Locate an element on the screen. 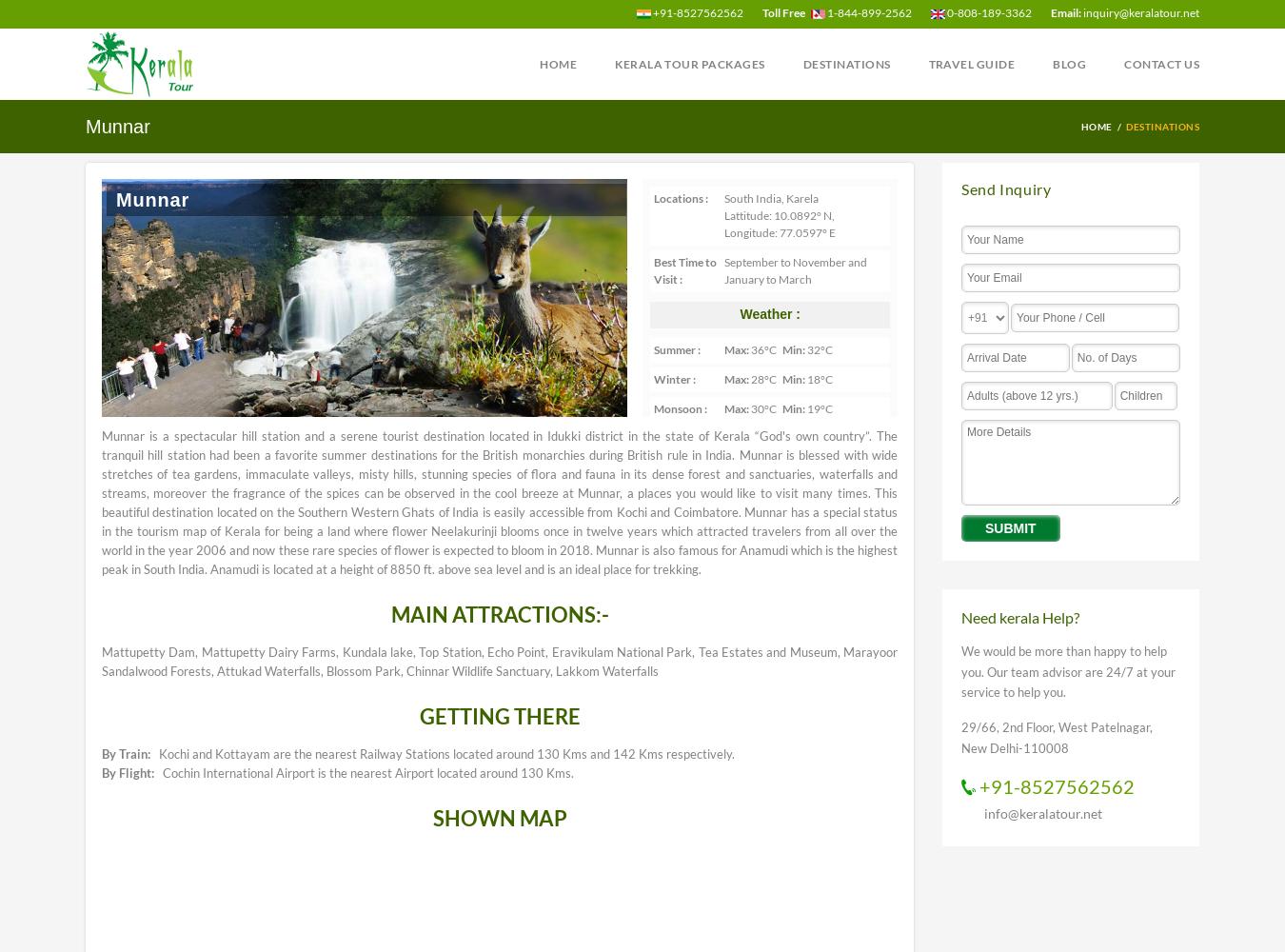 The image size is (1285, 952). 'Mattupetty Dam, Mattupetty Dairy Farms, Kundala lake, Top Station, Echo Point, Eravikulam National Park, Tea Estates and Museum, Marayoor Sandalwood Forests, Attukad Waterfalls, Blossom Park, Chinnar Wildlife Sanctuary, Lakkom Waterfalls' is located at coordinates (499, 660).